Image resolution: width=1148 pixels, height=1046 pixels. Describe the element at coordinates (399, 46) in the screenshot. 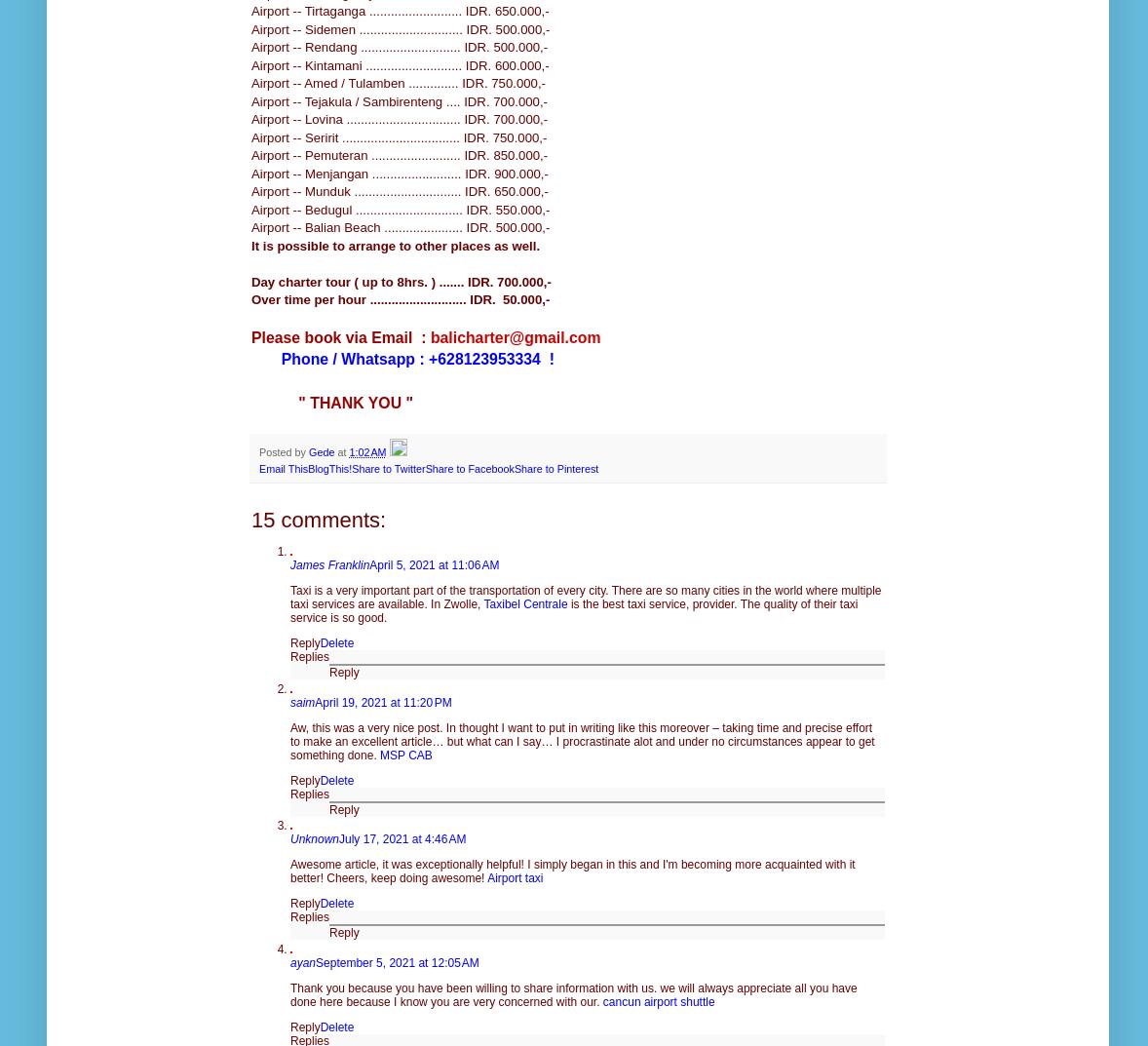

I see `'Airport -- Rendang ............................ IDR. 500.000,-'` at that location.